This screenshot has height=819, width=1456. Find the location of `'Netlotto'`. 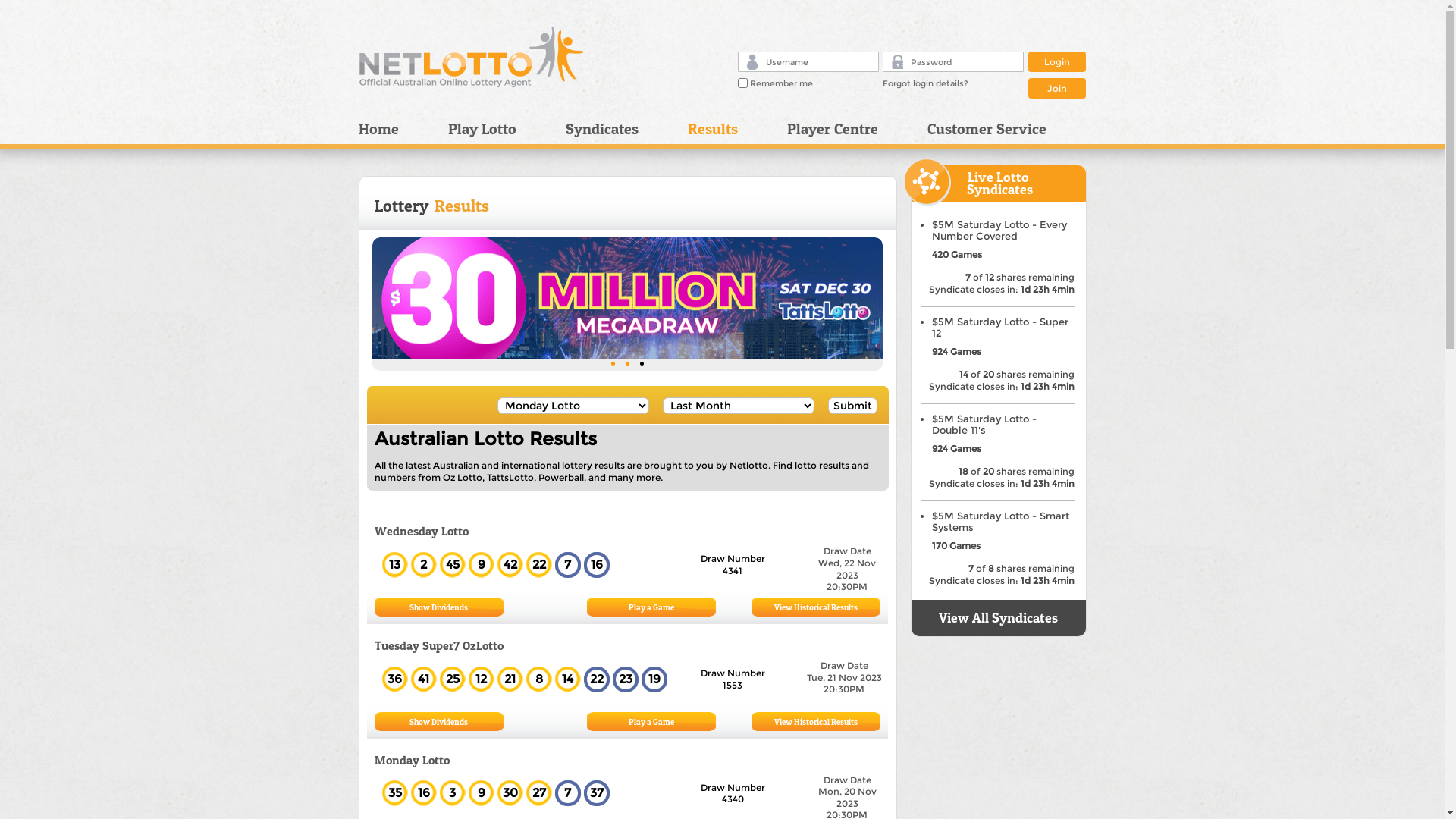

'Netlotto' is located at coordinates (471, 55).